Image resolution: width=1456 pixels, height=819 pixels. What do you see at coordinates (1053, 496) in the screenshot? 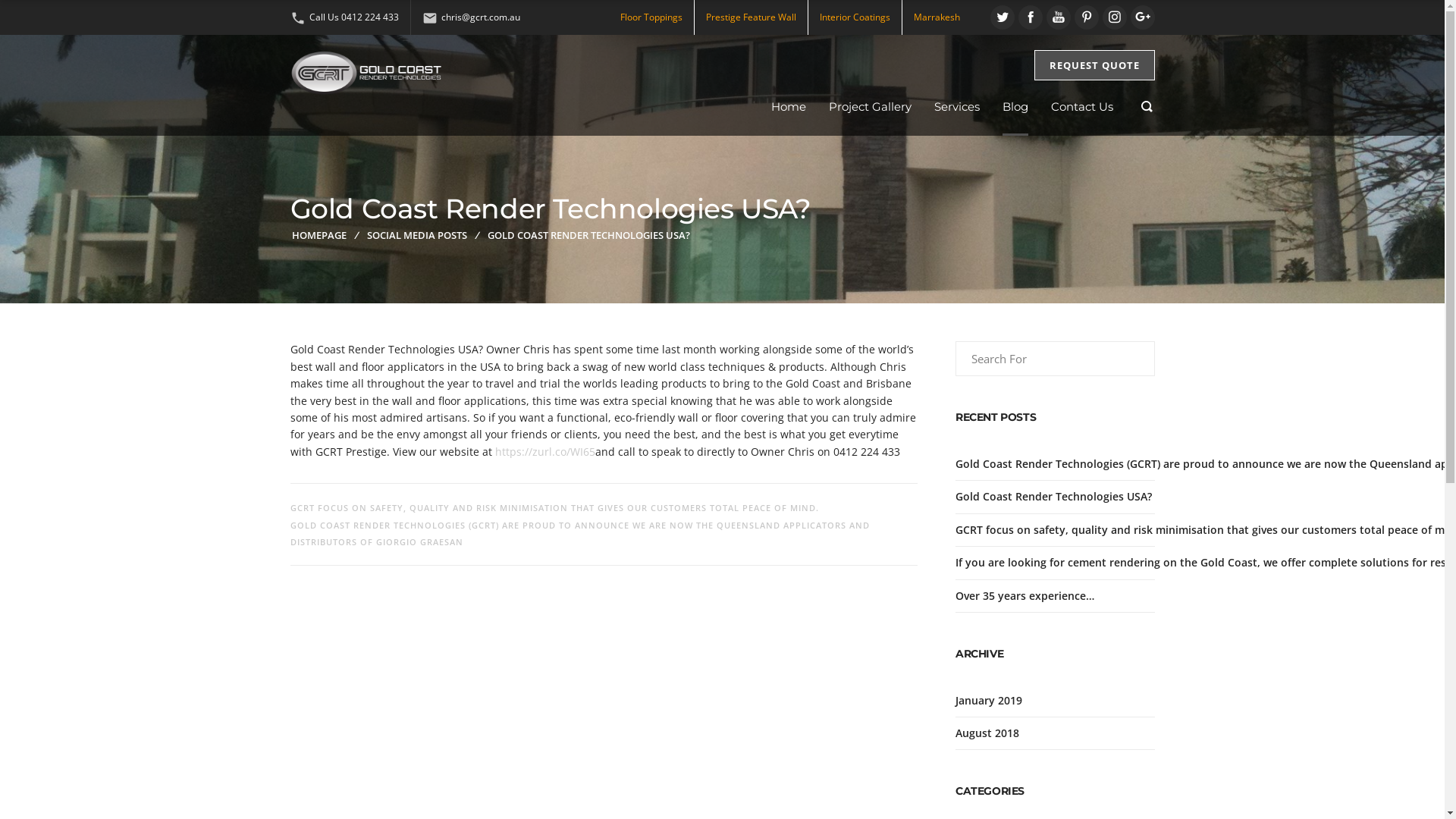
I see `'Gold Coast Render Technologies USA?'` at bounding box center [1053, 496].